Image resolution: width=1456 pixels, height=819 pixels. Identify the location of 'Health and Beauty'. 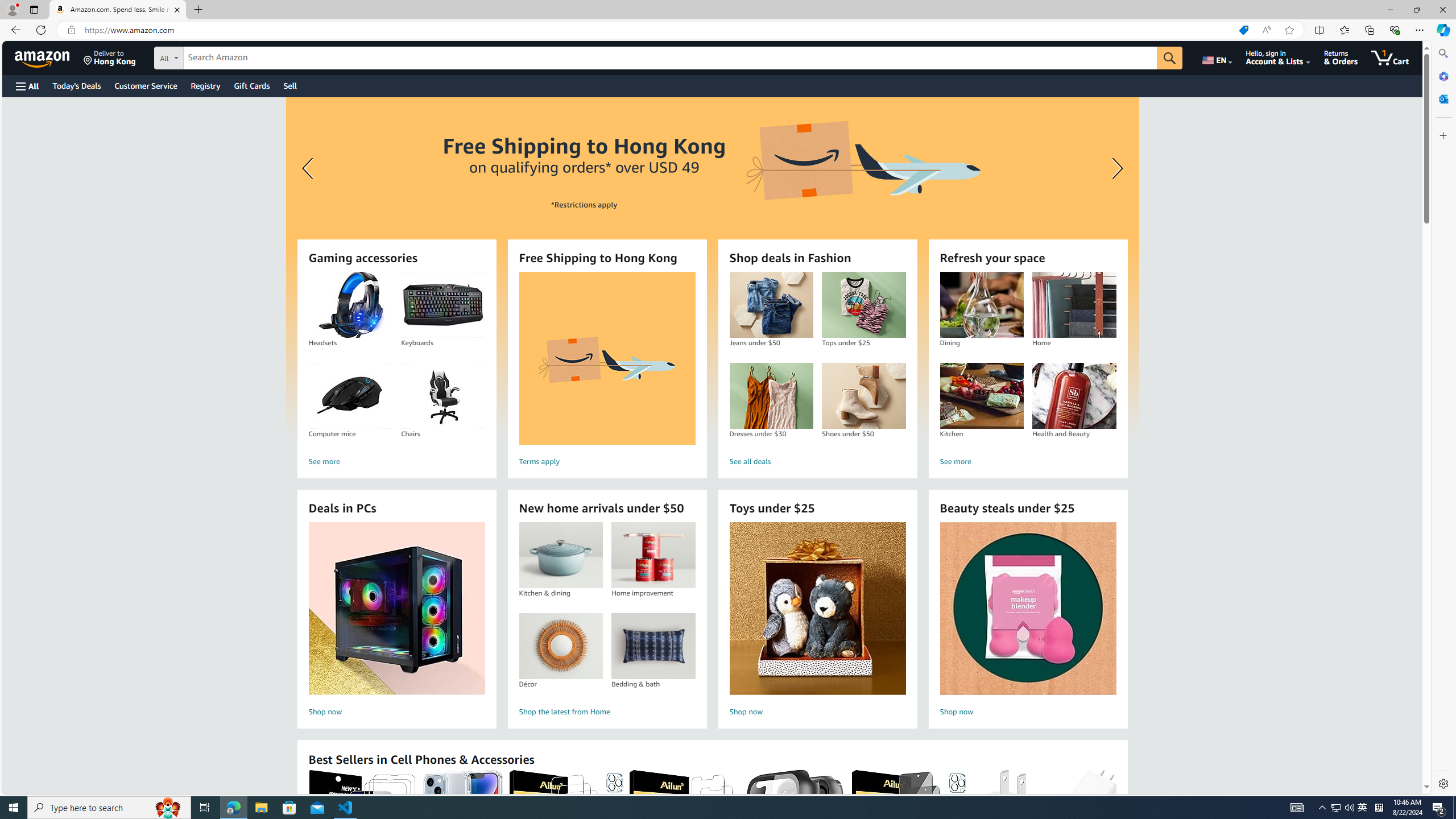
(1074, 396).